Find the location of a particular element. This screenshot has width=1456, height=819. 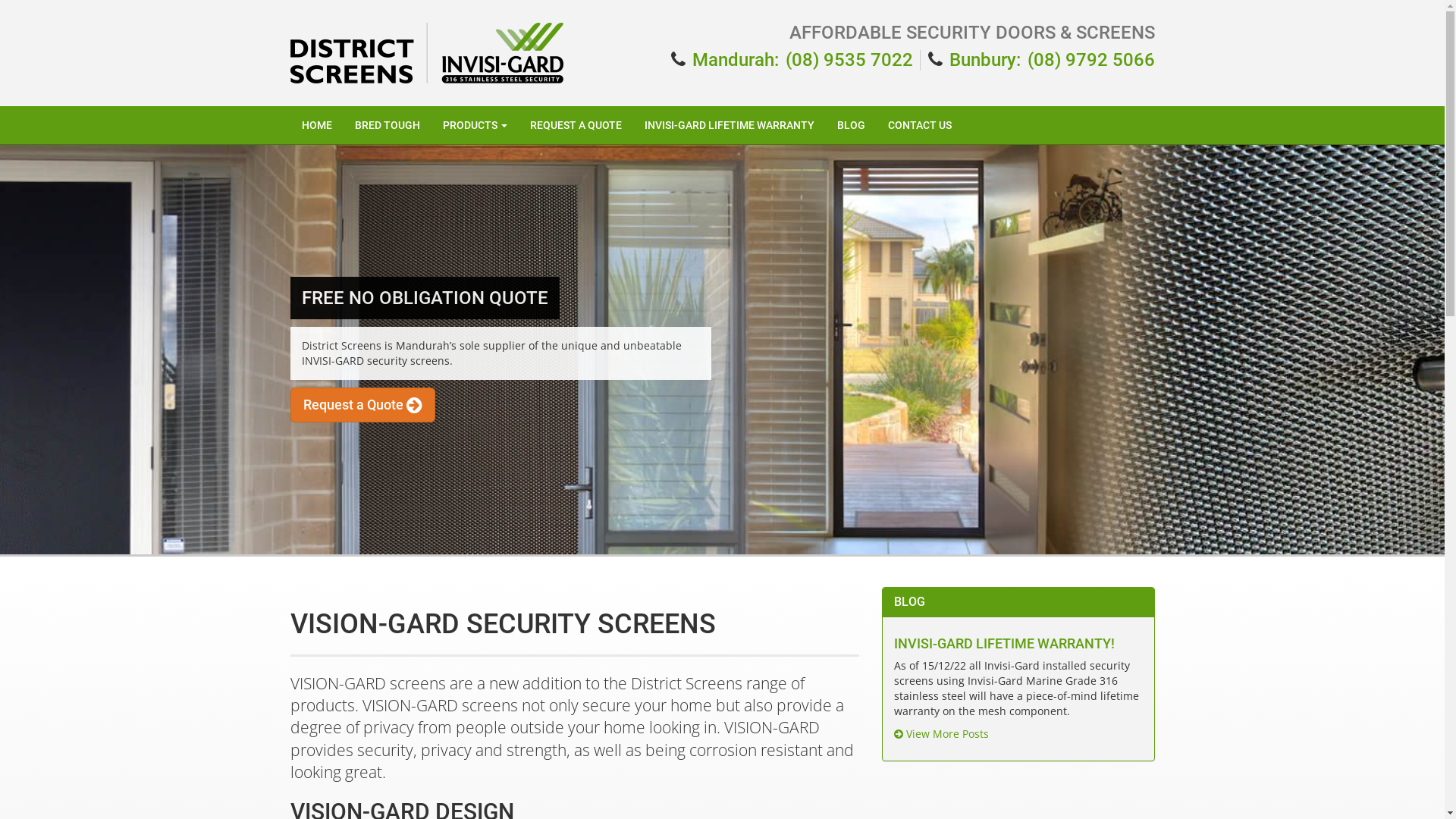

'(08) 9535 7022' is located at coordinates (848, 58).